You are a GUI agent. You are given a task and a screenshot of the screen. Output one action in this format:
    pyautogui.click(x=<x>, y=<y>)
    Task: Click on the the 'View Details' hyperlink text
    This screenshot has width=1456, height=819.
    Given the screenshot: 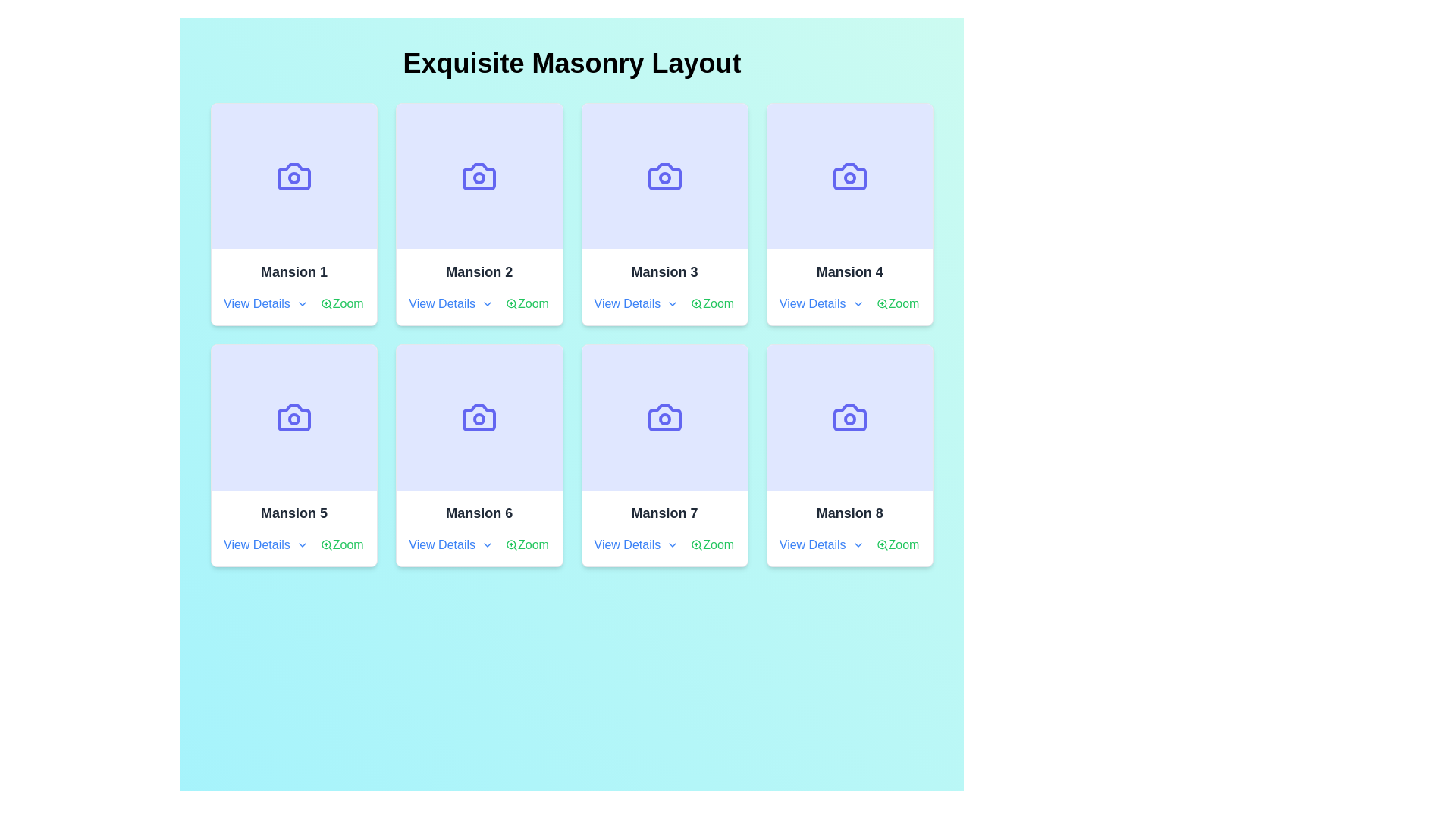 What is the action you would take?
    pyautogui.click(x=450, y=544)
    